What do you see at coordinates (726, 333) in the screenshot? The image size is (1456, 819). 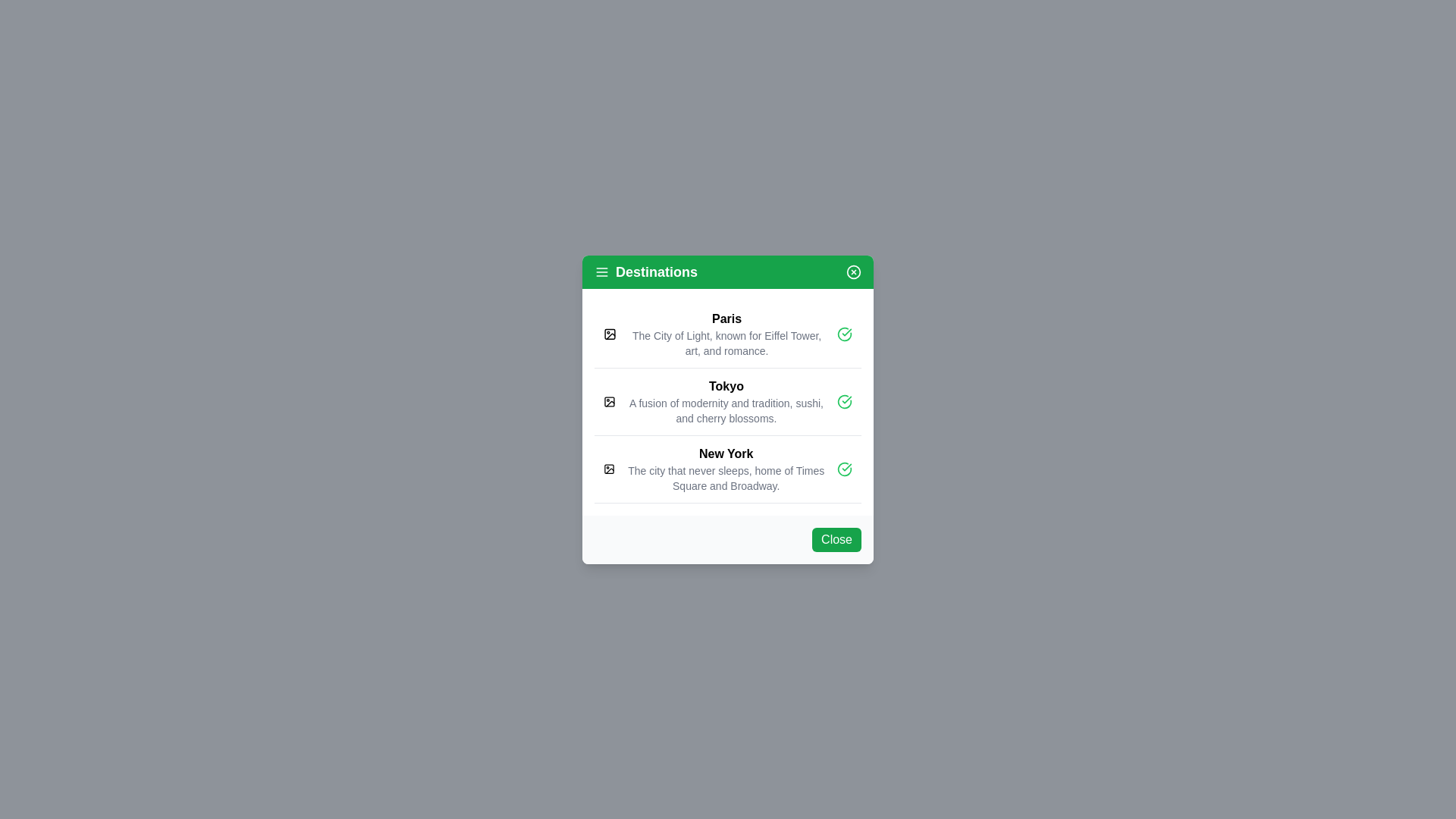 I see `text displayed in the Text Display Component for the destination 'Paris', which includes highlights or significance of the location` at bounding box center [726, 333].